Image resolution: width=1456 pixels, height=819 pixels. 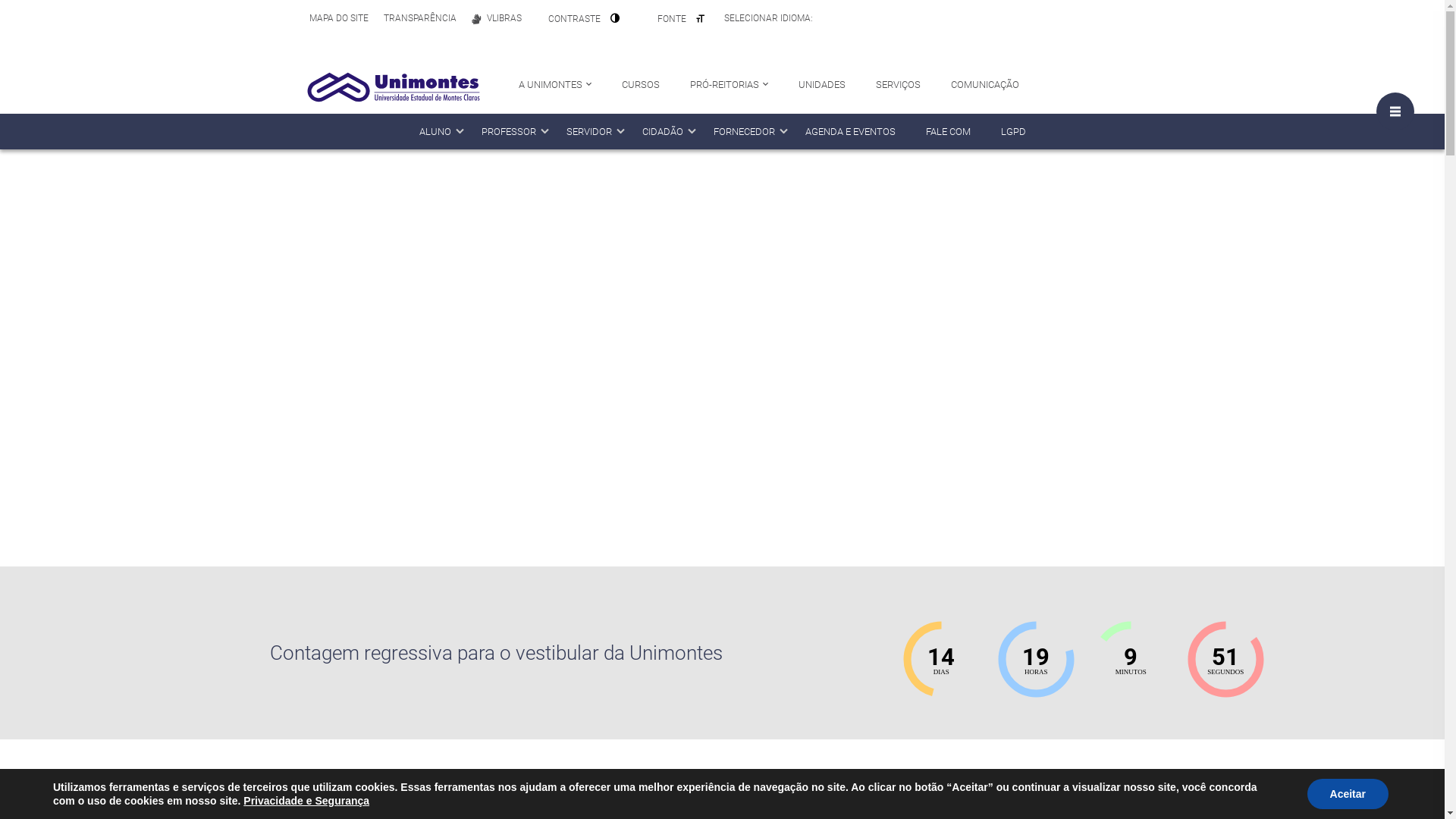 I want to click on 'CONTRASTE', so click(x=582, y=17).